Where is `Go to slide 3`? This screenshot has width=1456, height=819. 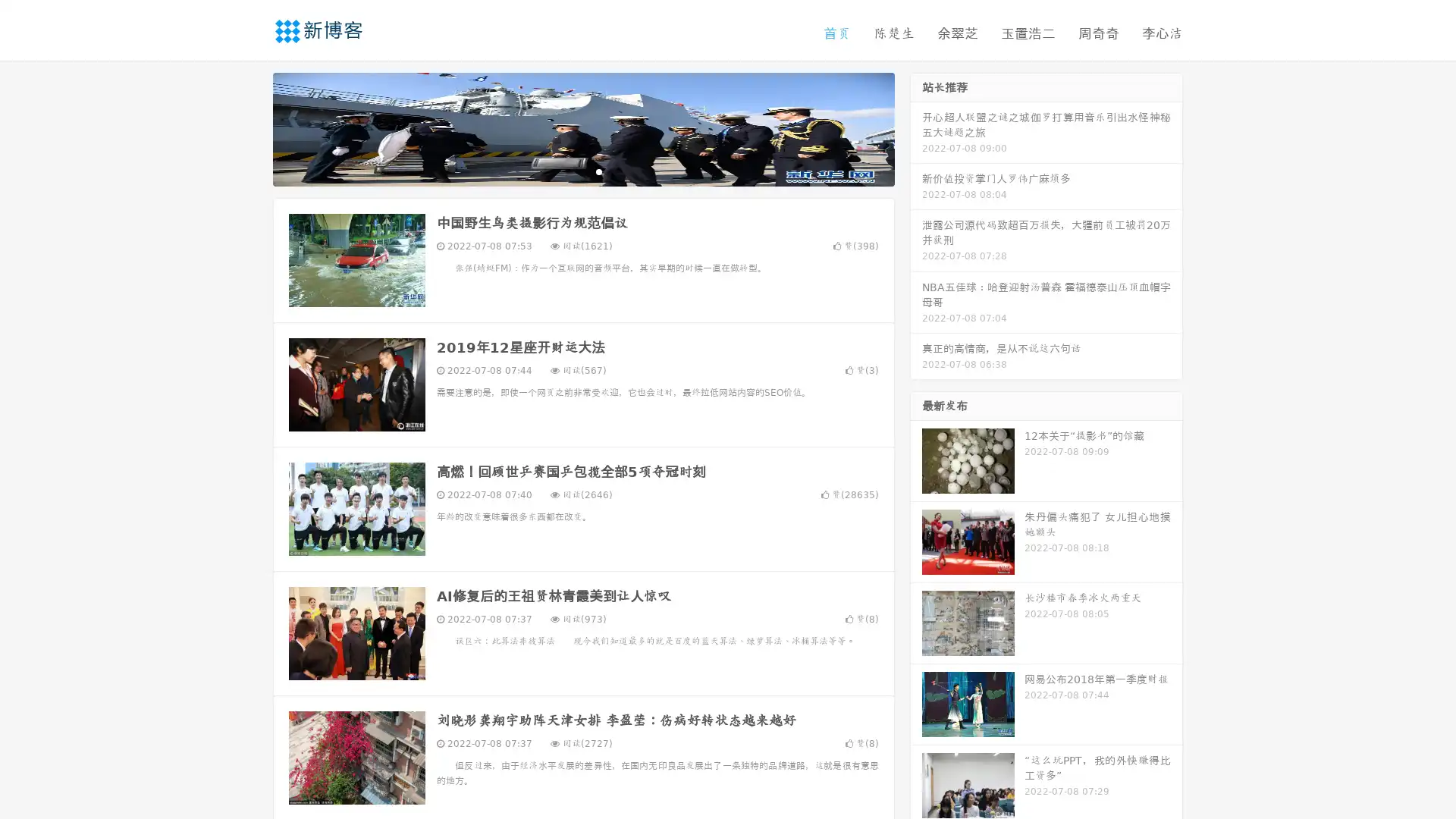
Go to slide 3 is located at coordinates (598, 171).